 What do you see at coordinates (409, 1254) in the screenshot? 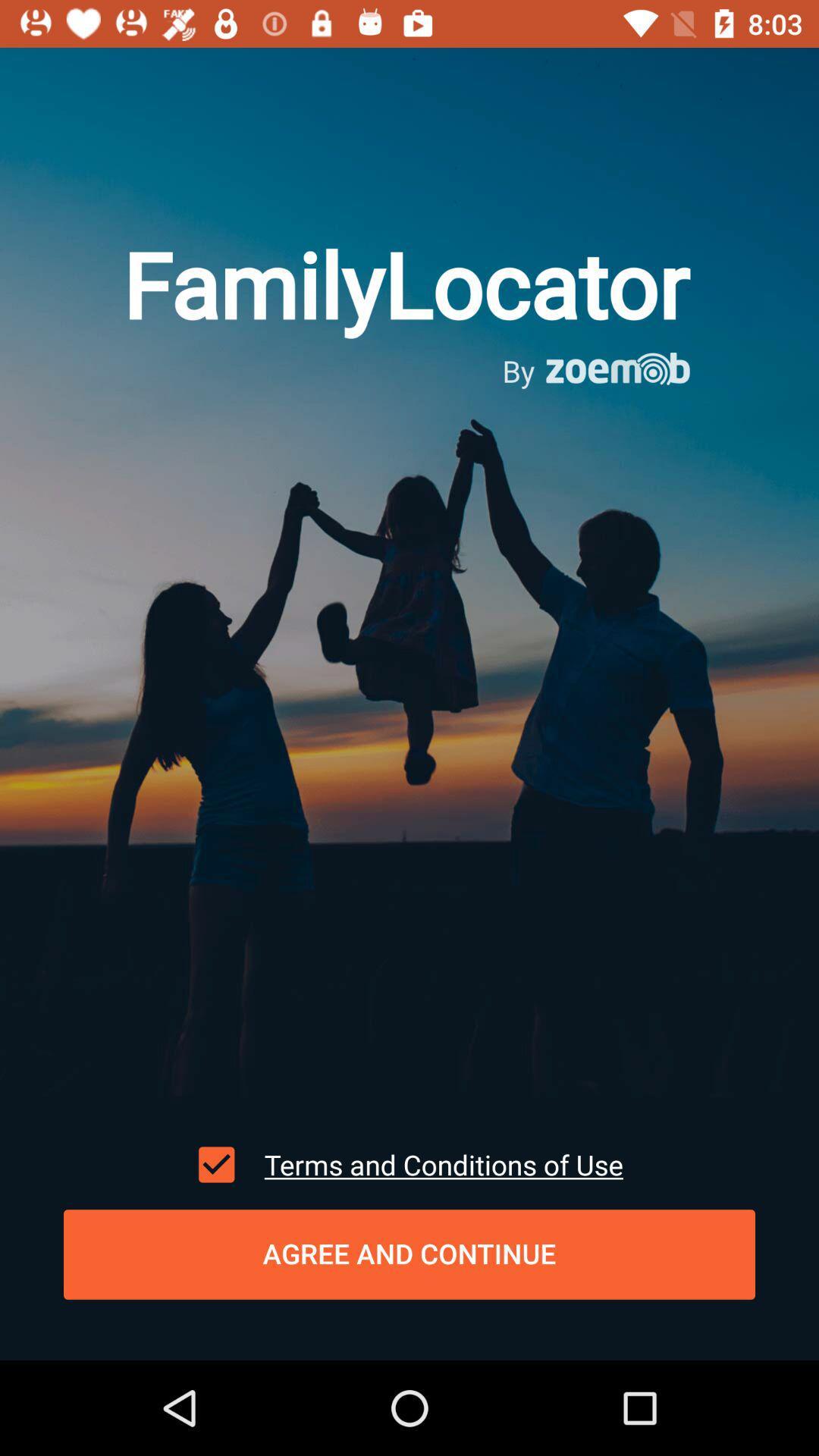
I see `agree and continue item` at bounding box center [409, 1254].